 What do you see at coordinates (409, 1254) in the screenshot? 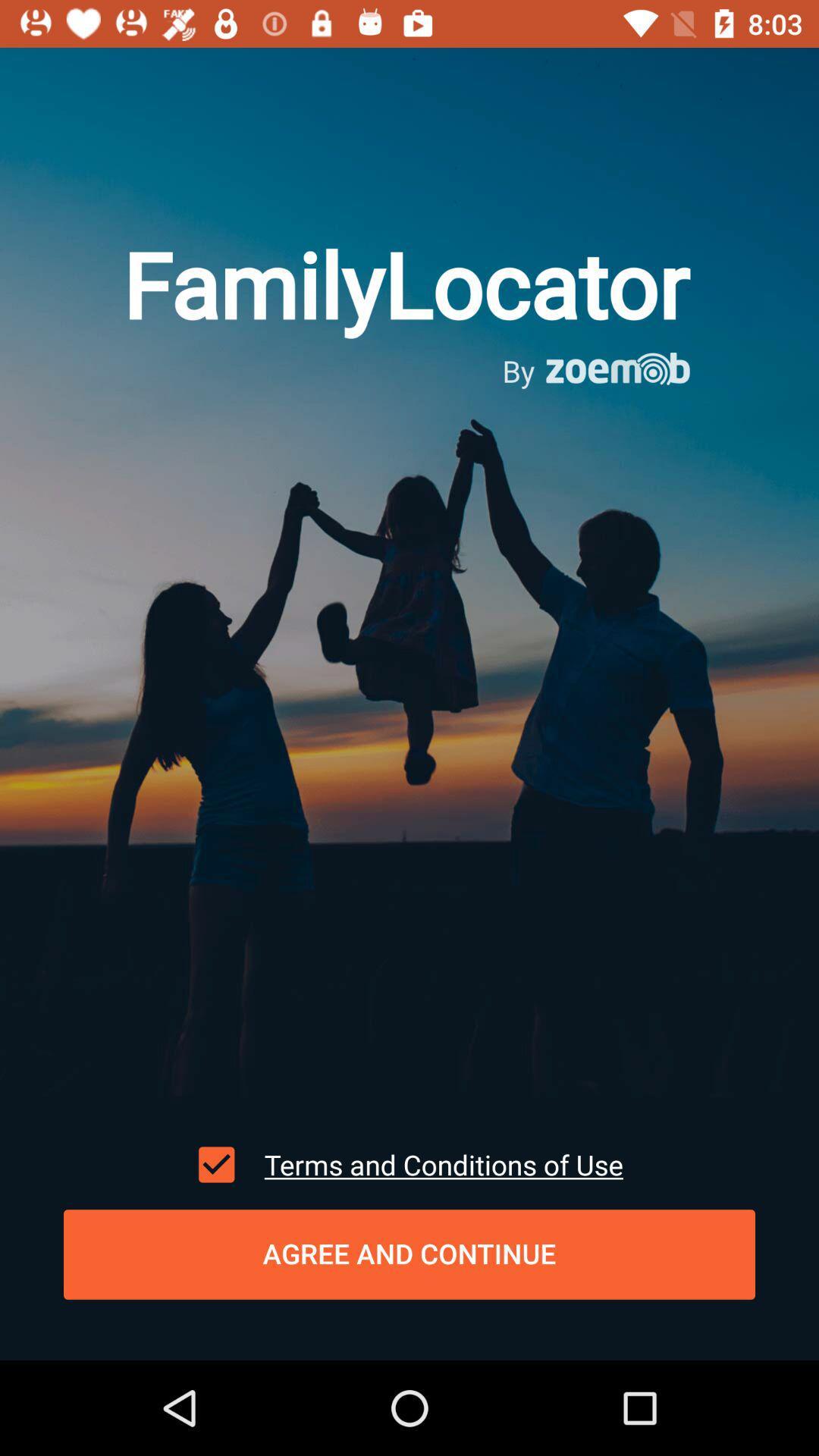
I see `agree and continue item` at bounding box center [409, 1254].